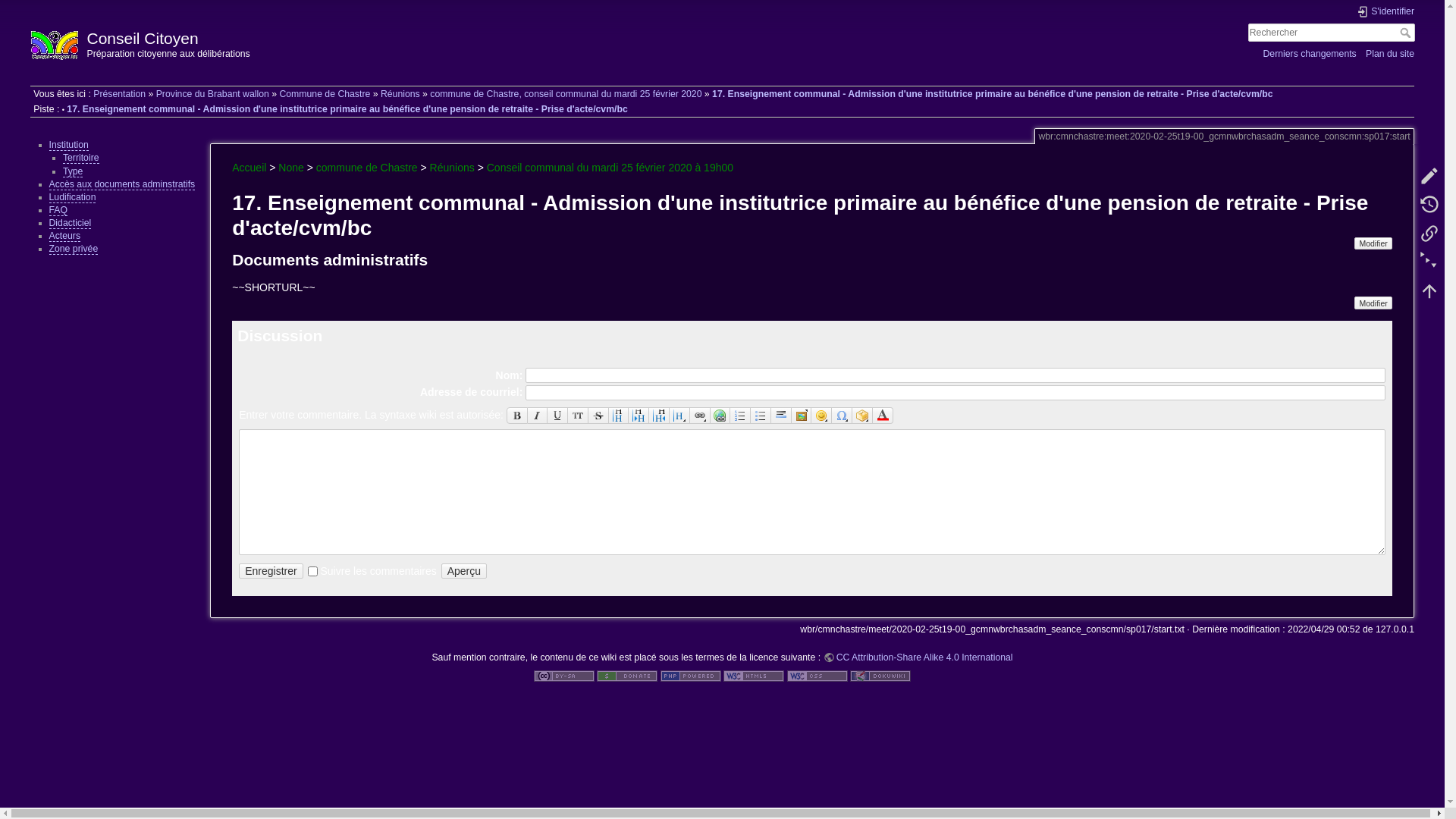 The width and height of the screenshot is (1456, 819). What do you see at coordinates (557, 415) in the screenshot?
I see `'Soulignage [U]'` at bounding box center [557, 415].